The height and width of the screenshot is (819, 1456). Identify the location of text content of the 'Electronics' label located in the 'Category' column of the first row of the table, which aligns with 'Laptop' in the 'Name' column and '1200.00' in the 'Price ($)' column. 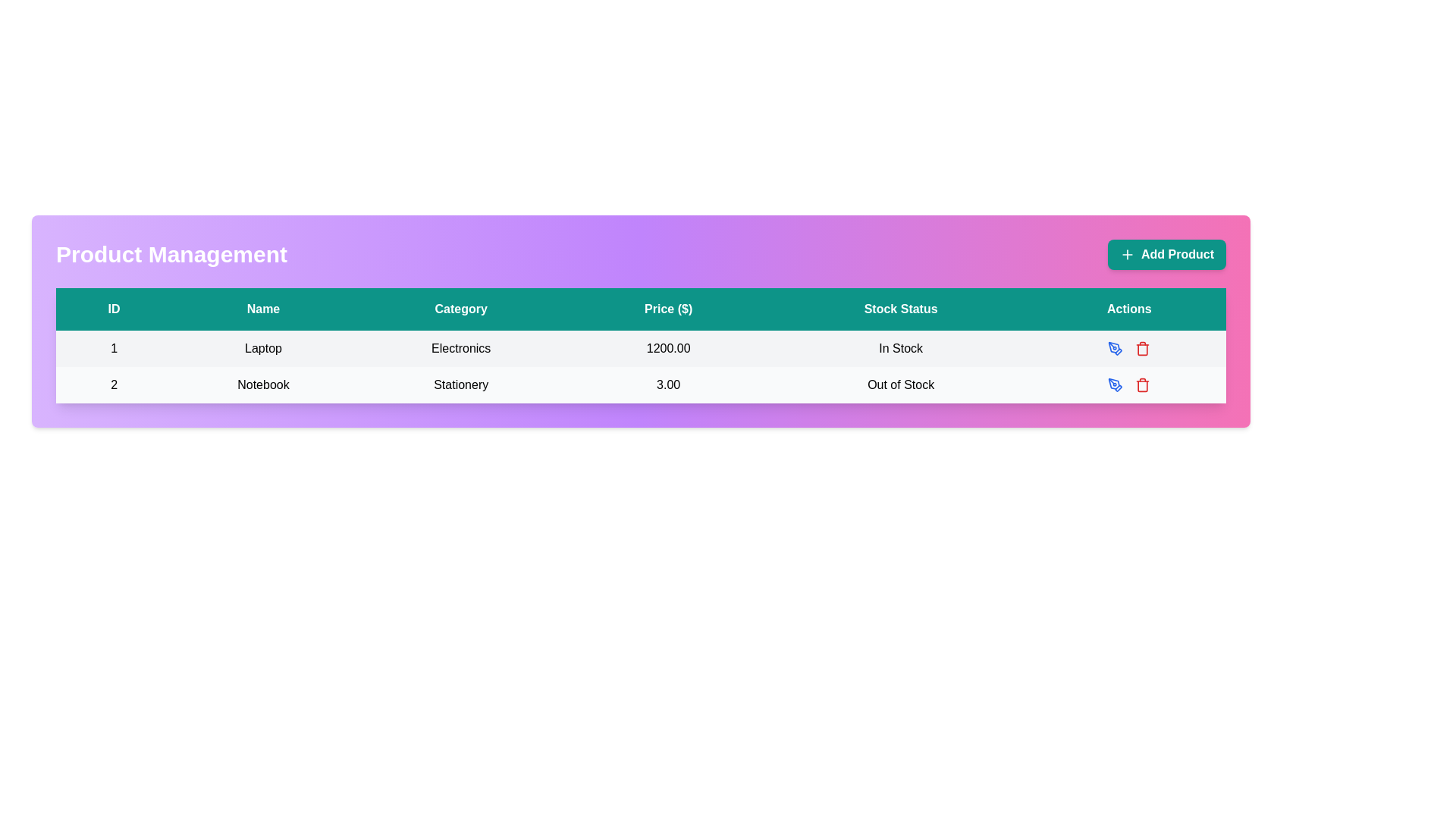
(460, 348).